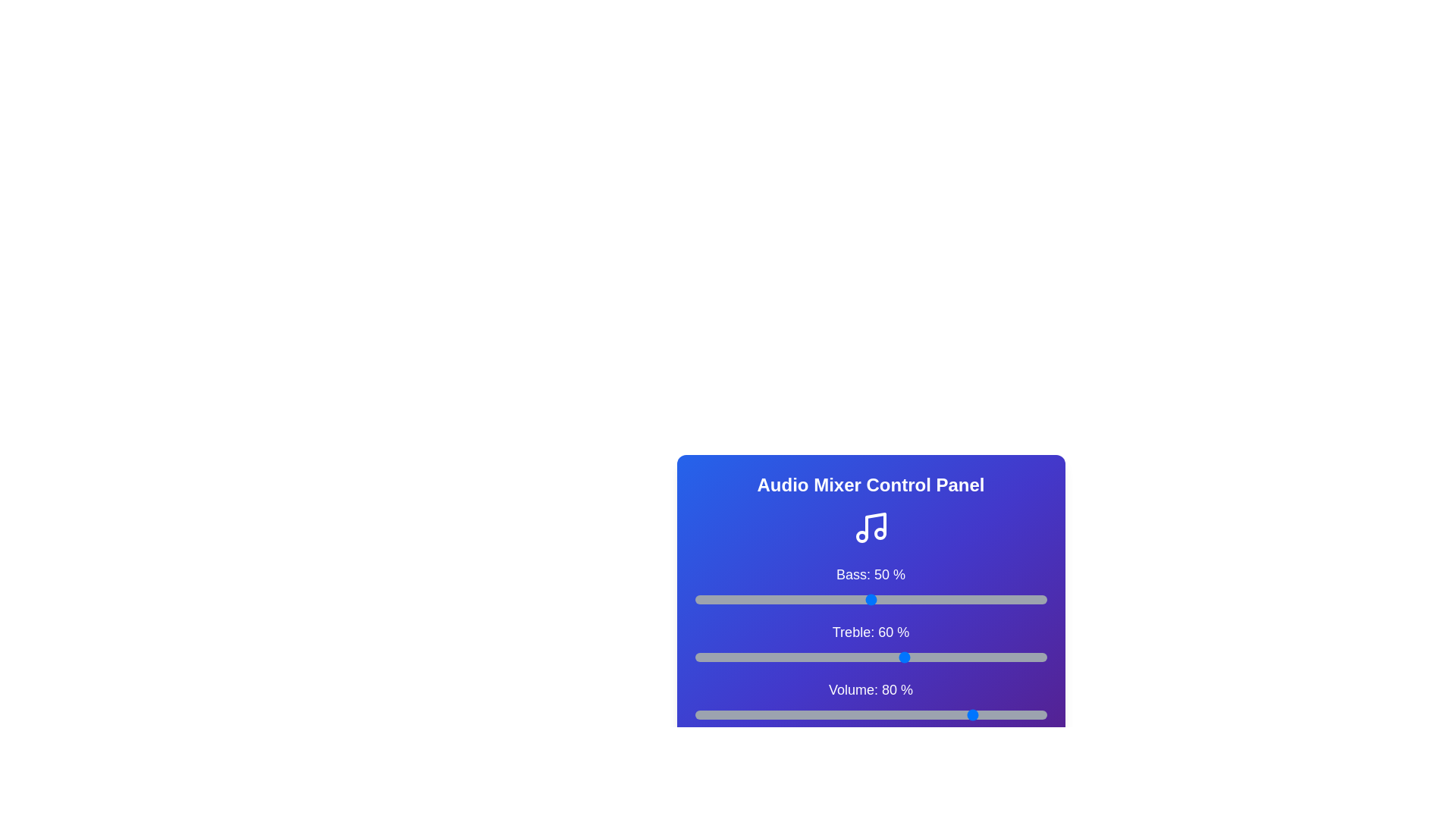 This screenshot has width=1456, height=819. Describe the element at coordinates (987, 657) in the screenshot. I see `the treble slider to 83%` at that location.